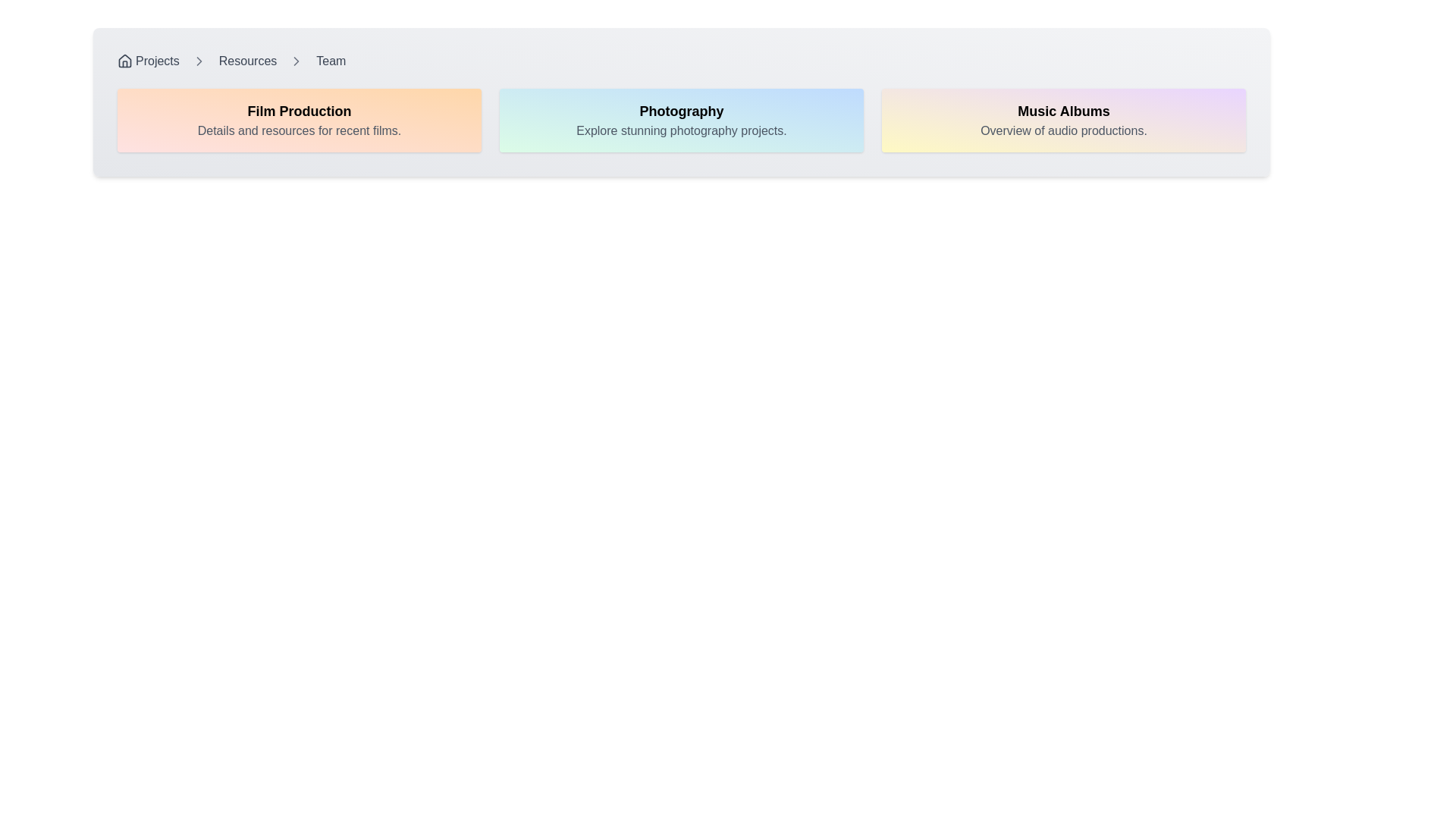  Describe the element at coordinates (198, 61) in the screenshot. I see `the right-pointing chevron icon located in the breadcrumb navigation between 'Resources' and 'Team'` at that location.